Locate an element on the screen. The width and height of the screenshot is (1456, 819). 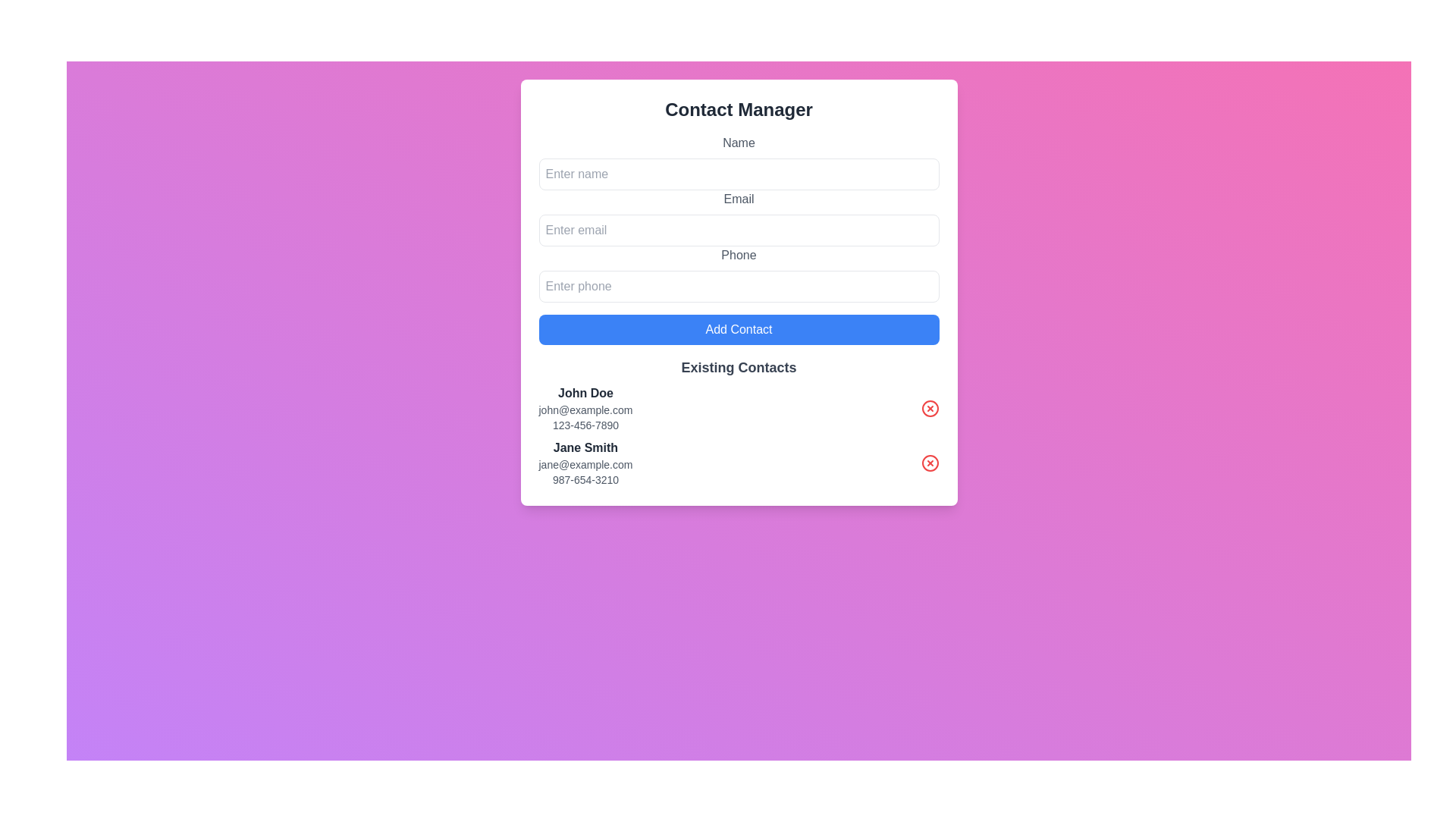
the contact entry for a specific contact located below the 'Existing Contacts' heading, following 'John Doe' is located at coordinates (585, 462).